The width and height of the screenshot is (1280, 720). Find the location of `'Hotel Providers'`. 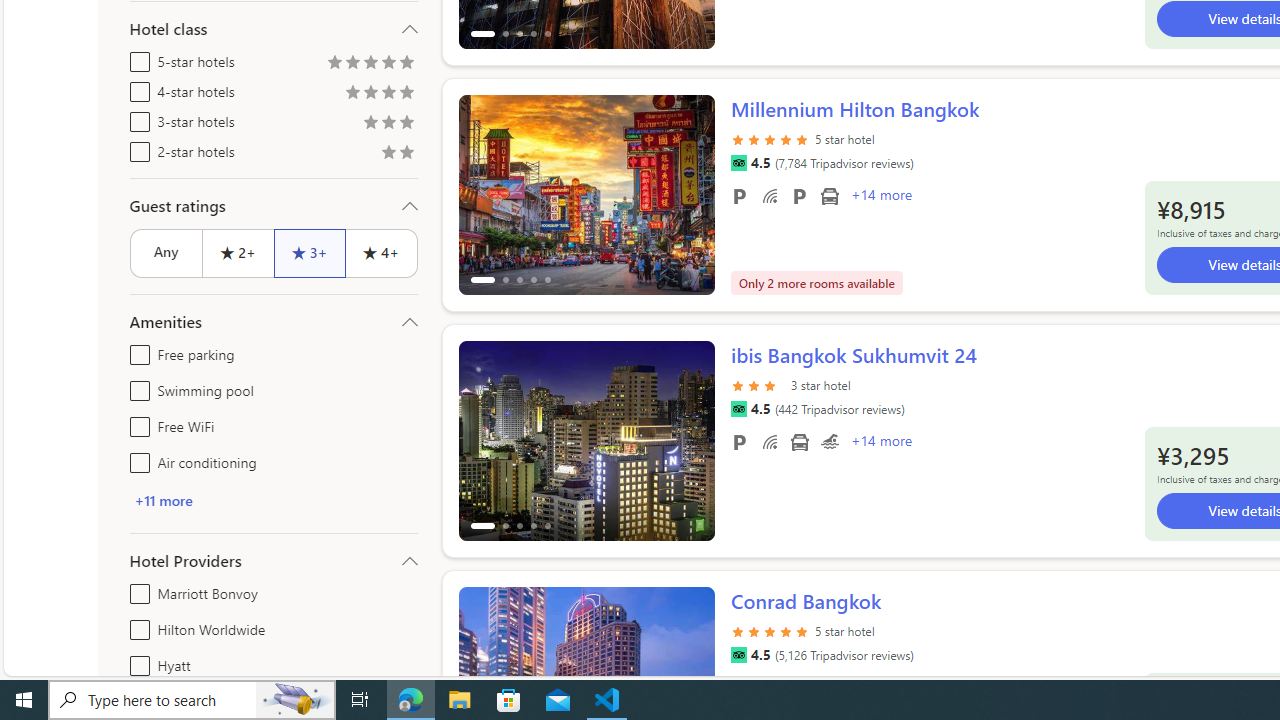

'Hotel Providers' is located at coordinates (272, 560).